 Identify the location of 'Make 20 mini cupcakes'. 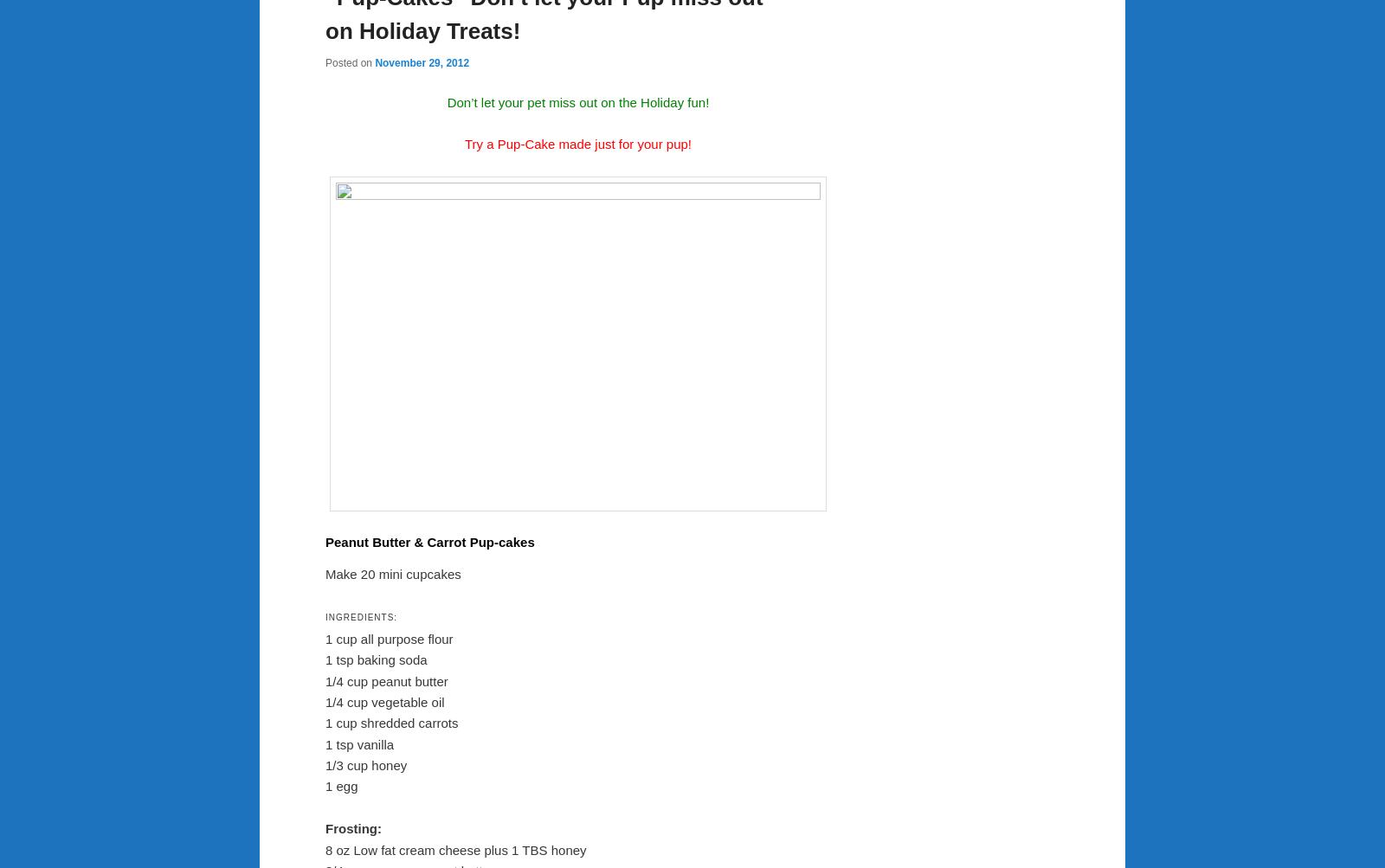
(392, 574).